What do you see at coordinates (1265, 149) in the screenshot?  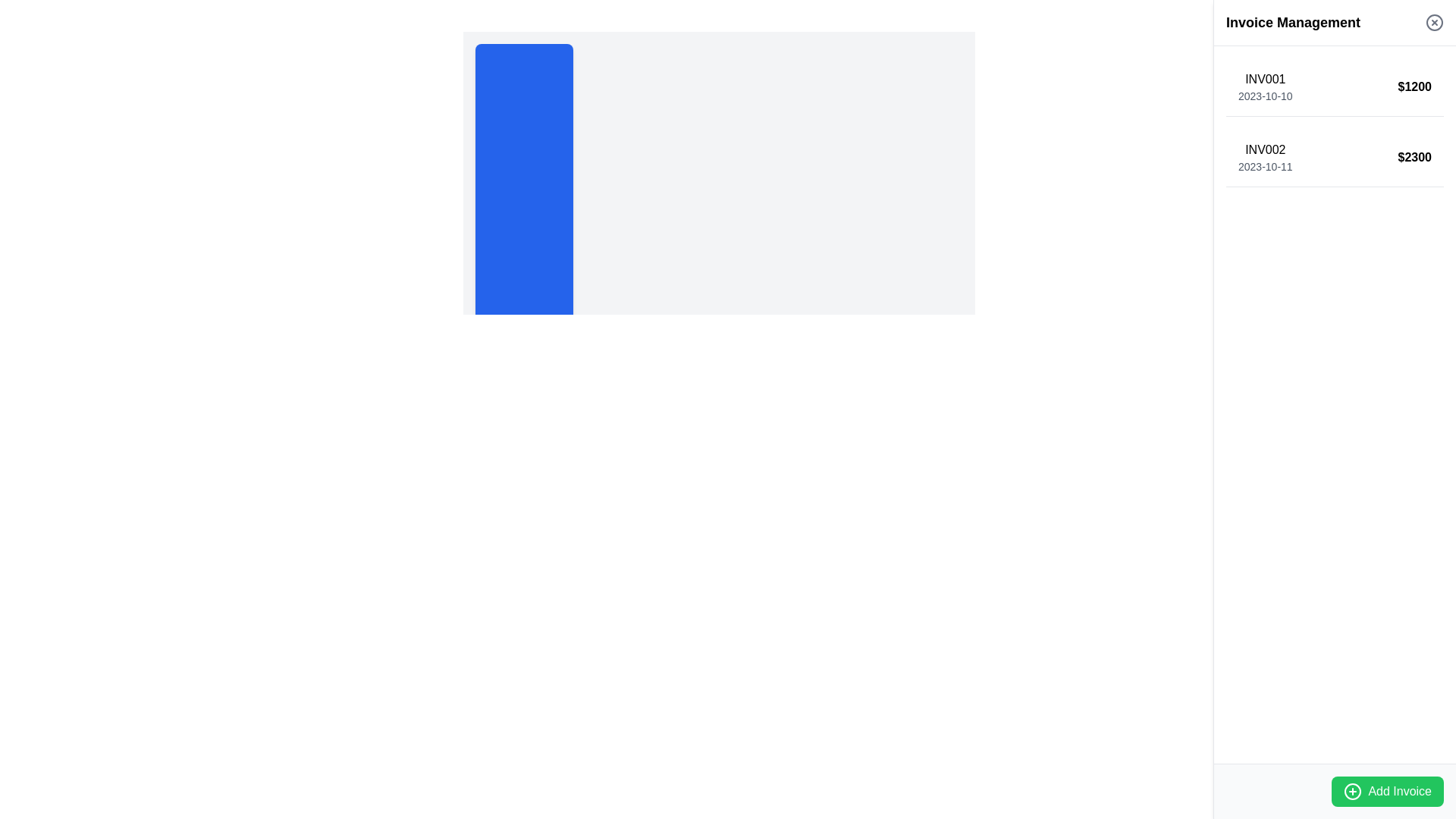 I see `the static text element that identifies a specific invoice entry in the 'Invoice Management' list` at bounding box center [1265, 149].